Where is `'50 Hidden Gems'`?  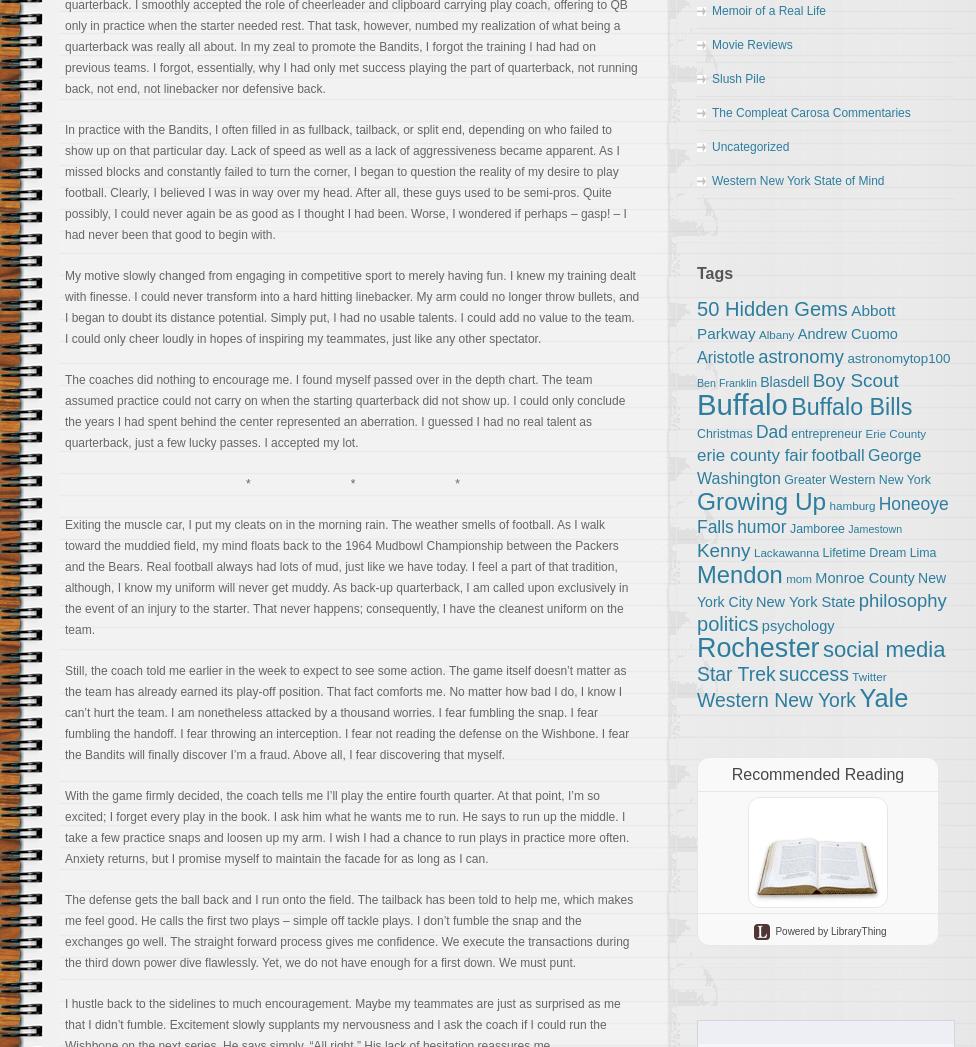
'50 Hidden Gems' is located at coordinates (772, 307).